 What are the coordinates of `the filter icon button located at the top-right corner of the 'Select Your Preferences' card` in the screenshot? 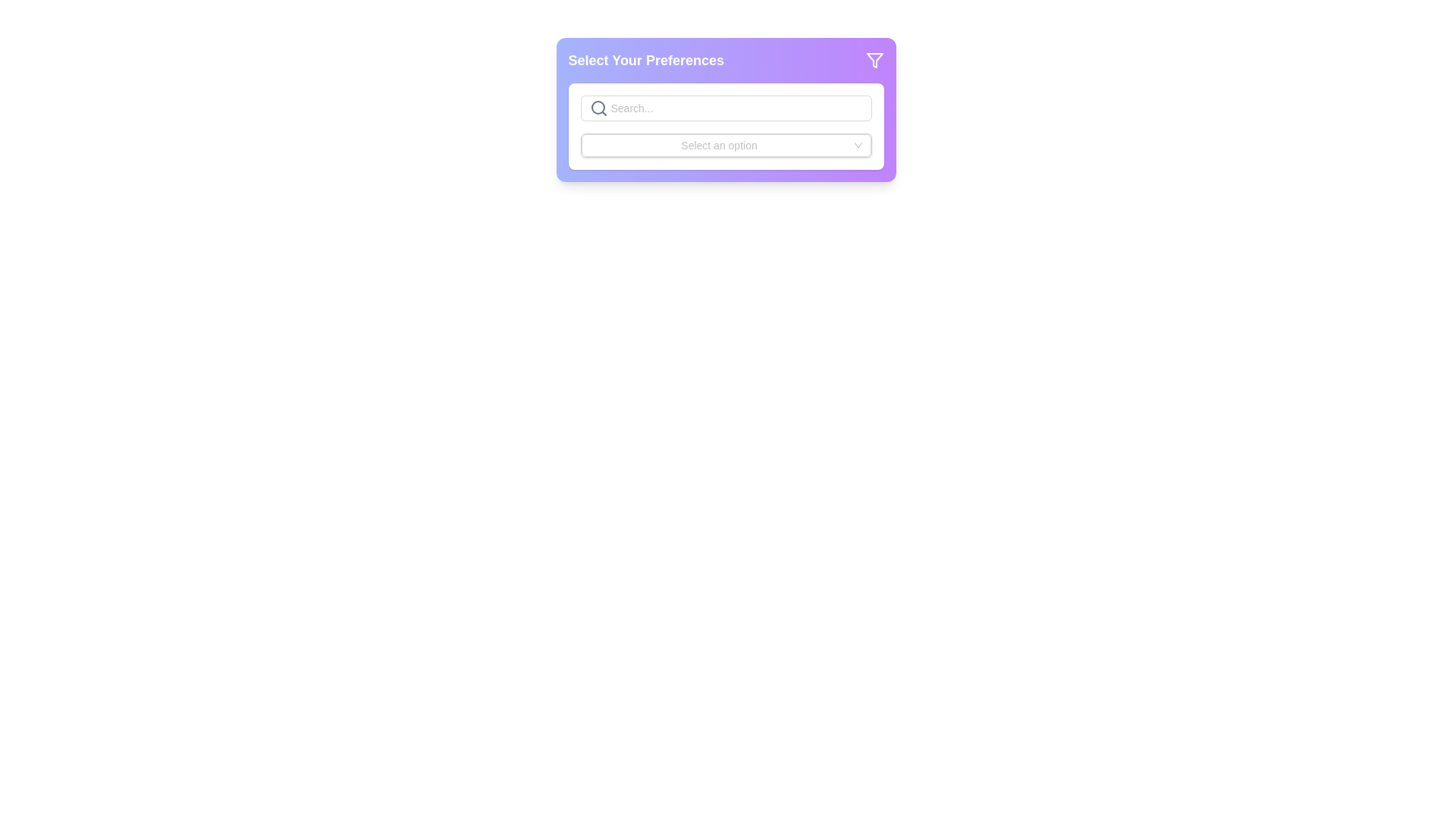 It's located at (874, 60).